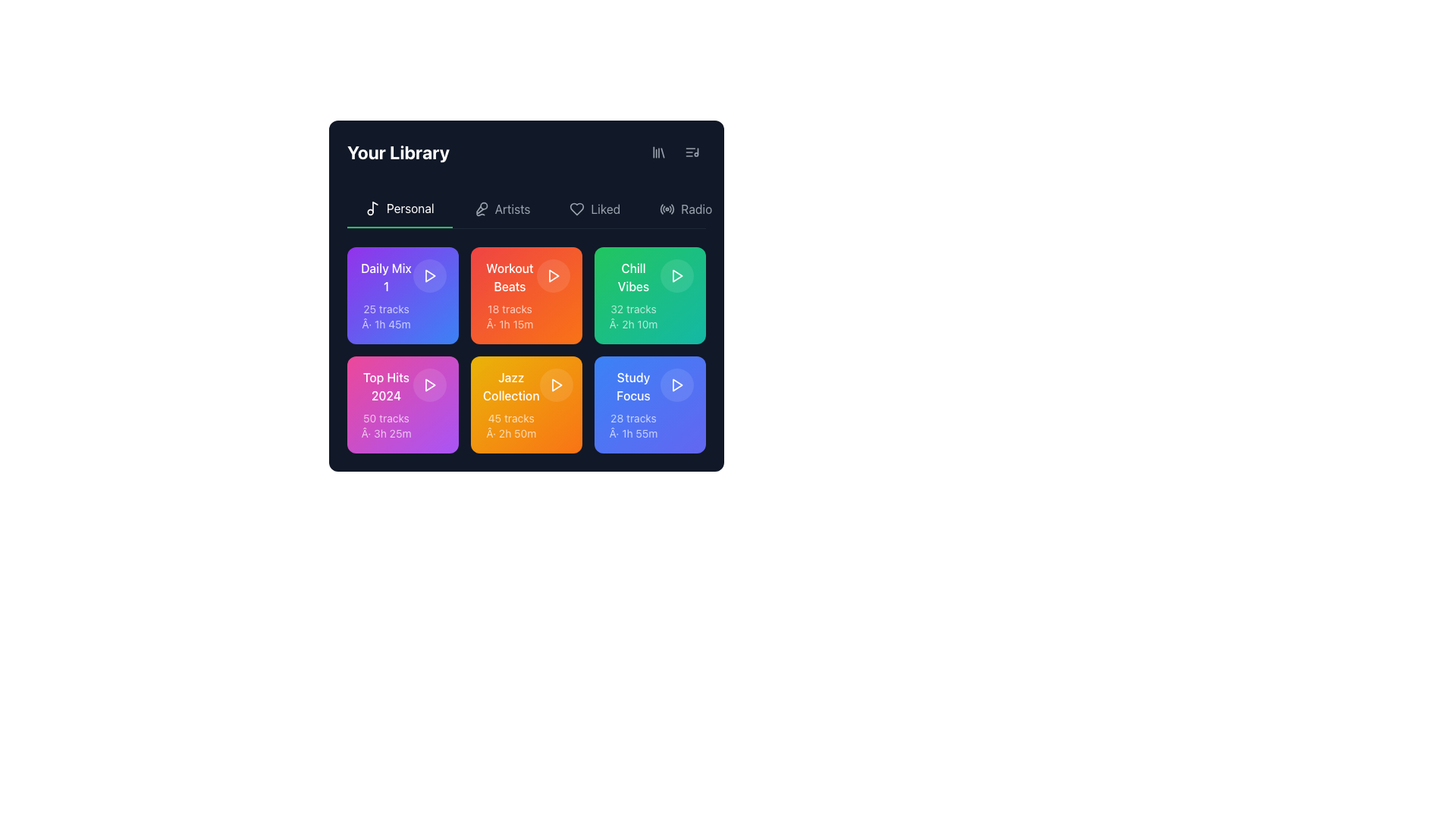  Describe the element at coordinates (676, 384) in the screenshot. I see `the triangular play icon button with a white color on a blue circular background located` at that location.